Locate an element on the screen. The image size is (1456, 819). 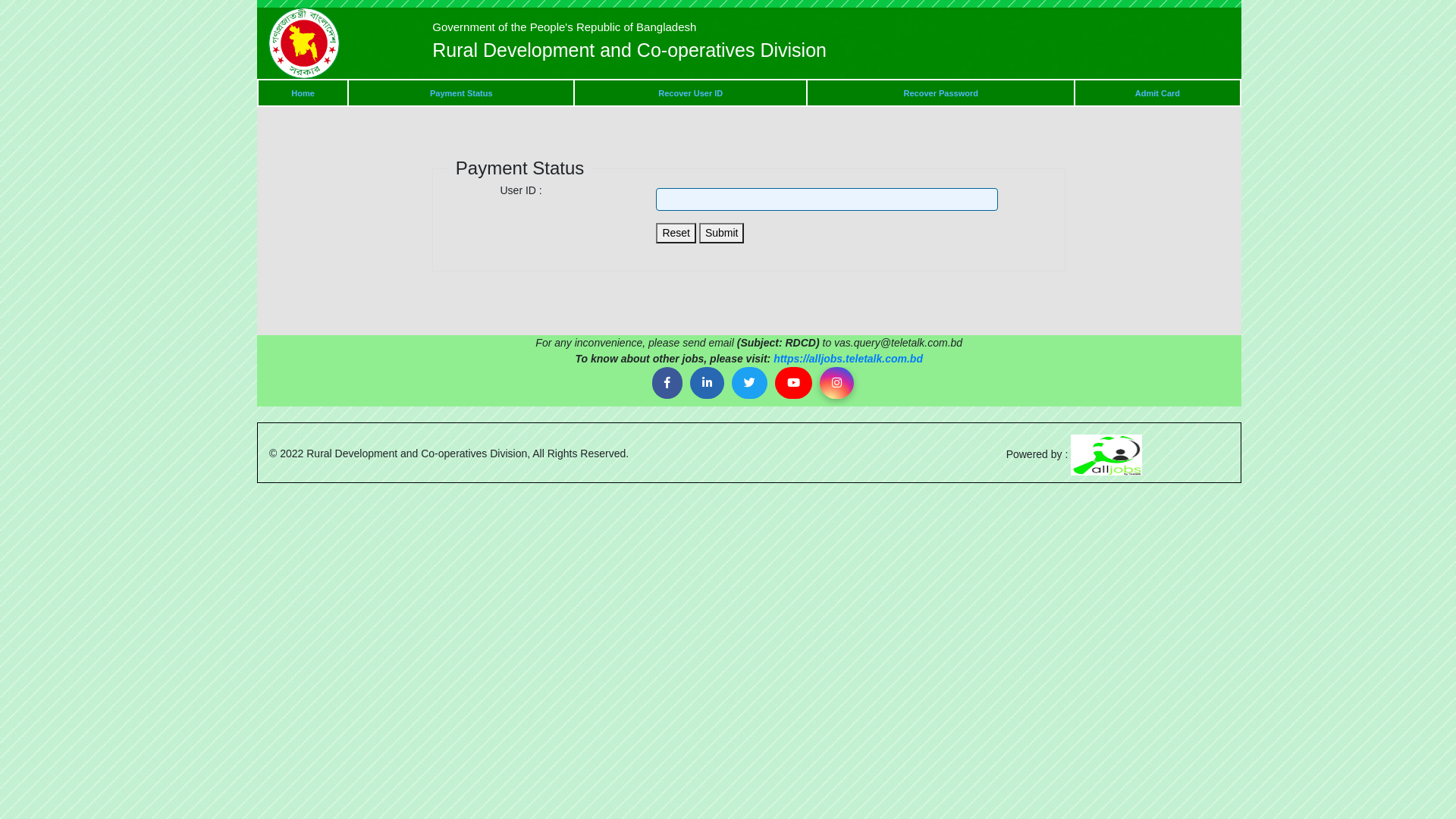
'Twitter' is located at coordinates (749, 382).